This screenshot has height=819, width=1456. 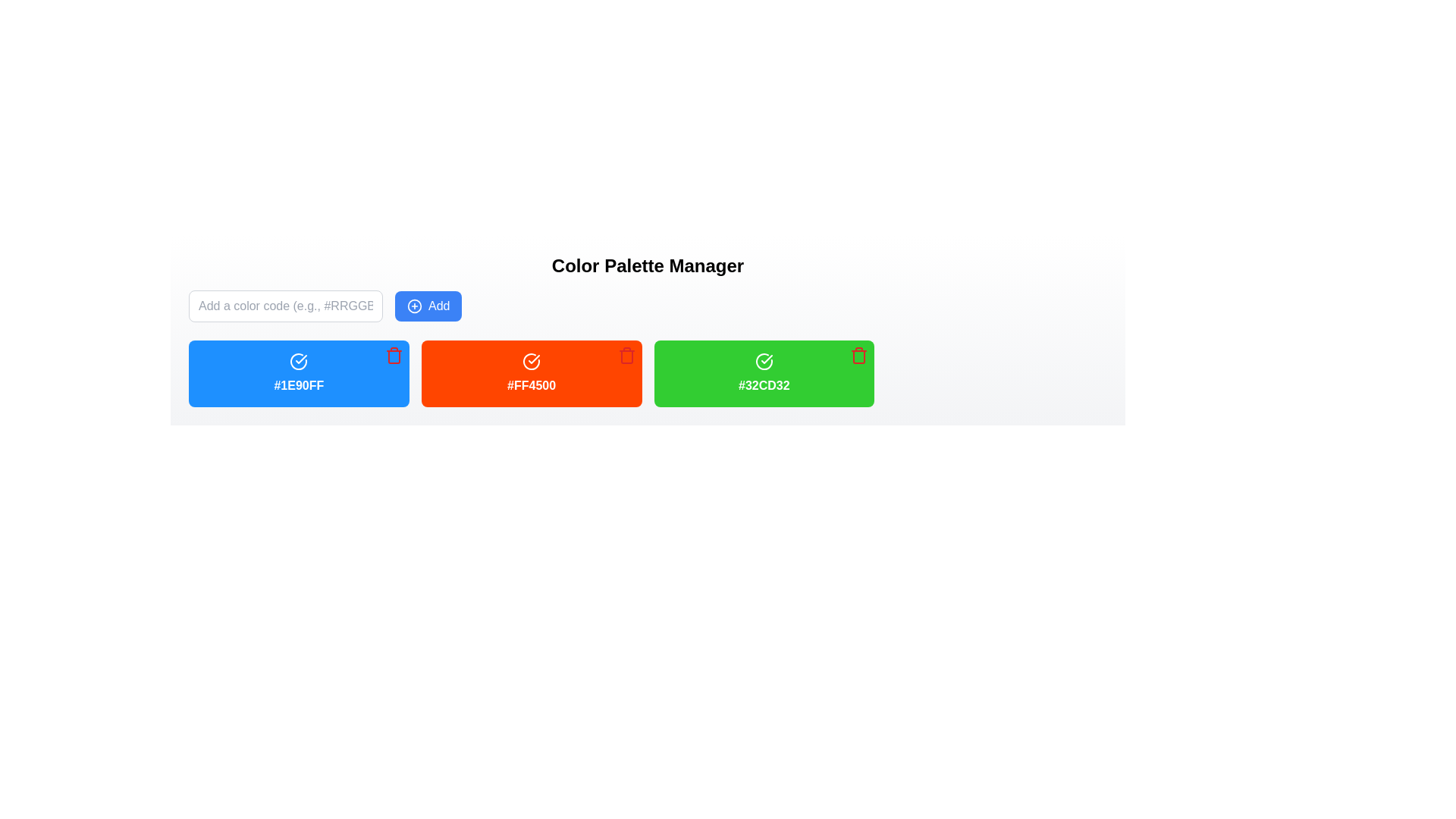 What do you see at coordinates (428, 306) in the screenshot?
I see `the 'Add' button which has a blue background and white text, positioned next to a text input box for color codes, to observe the color change effect` at bounding box center [428, 306].